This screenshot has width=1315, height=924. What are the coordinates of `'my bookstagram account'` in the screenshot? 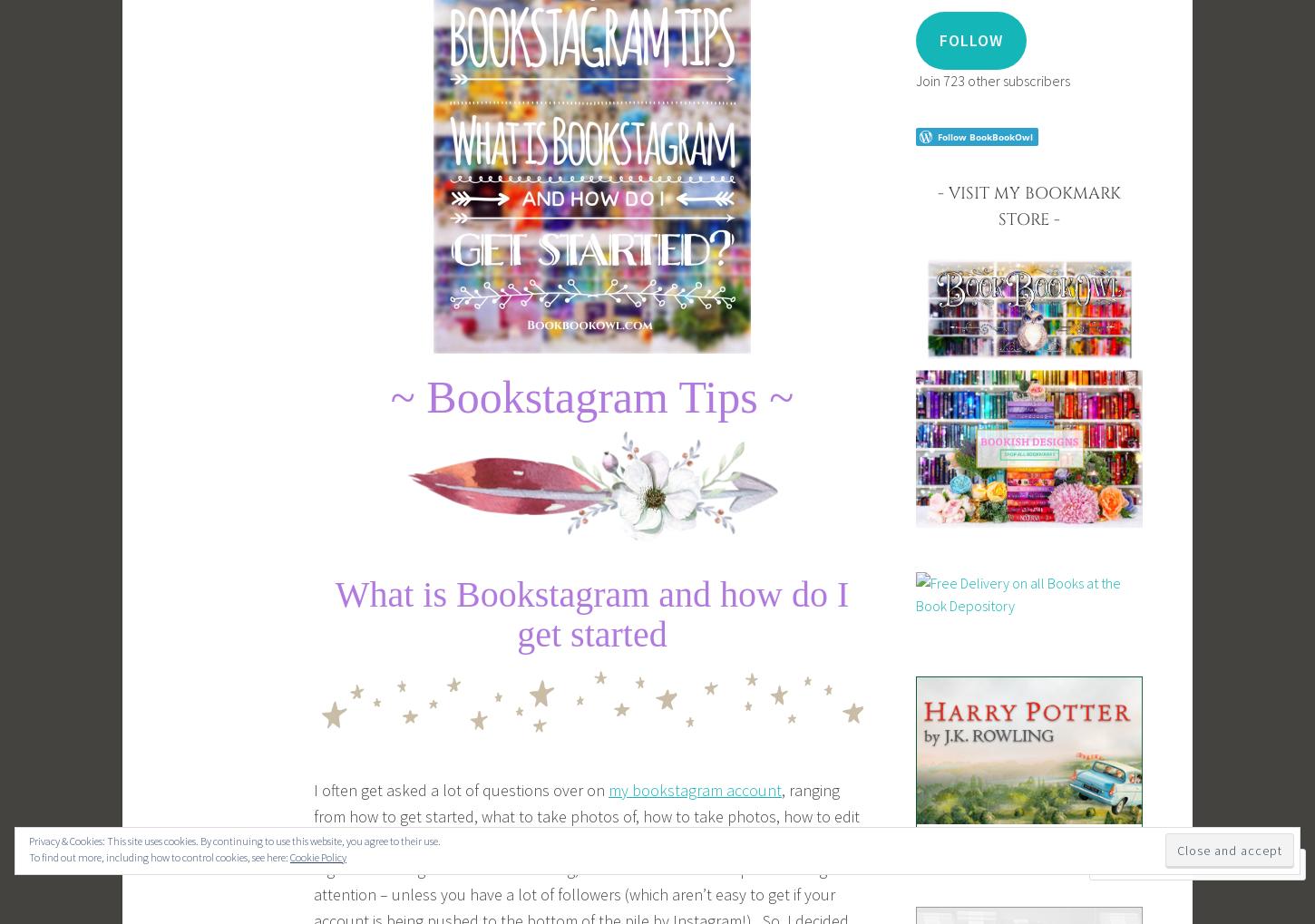 It's located at (695, 789).